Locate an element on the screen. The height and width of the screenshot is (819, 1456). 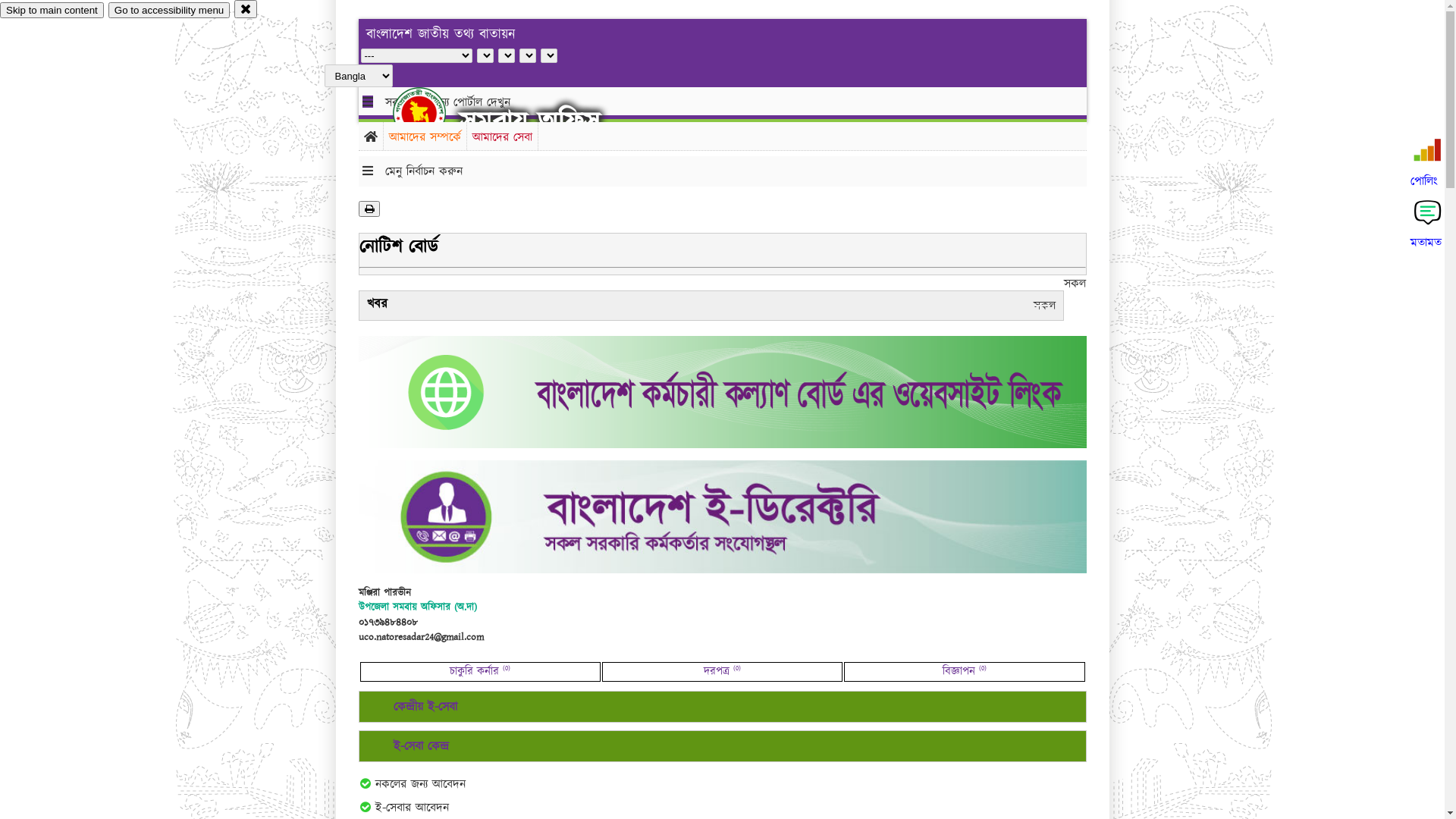
'Skip to main content' is located at coordinates (52, 10).